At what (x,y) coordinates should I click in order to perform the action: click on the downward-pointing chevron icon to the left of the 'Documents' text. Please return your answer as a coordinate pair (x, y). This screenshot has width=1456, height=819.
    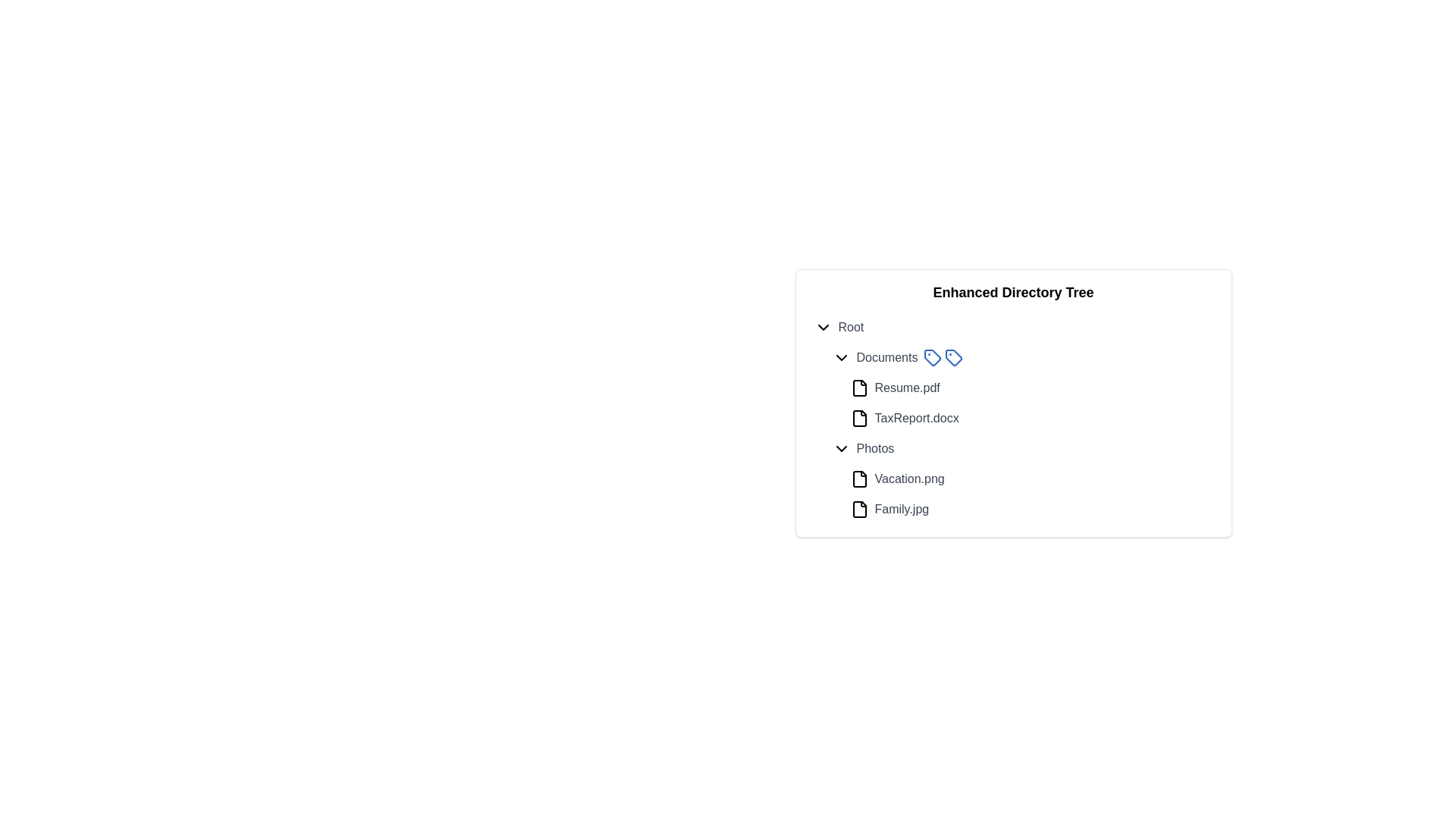
    Looking at the image, I should click on (840, 357).